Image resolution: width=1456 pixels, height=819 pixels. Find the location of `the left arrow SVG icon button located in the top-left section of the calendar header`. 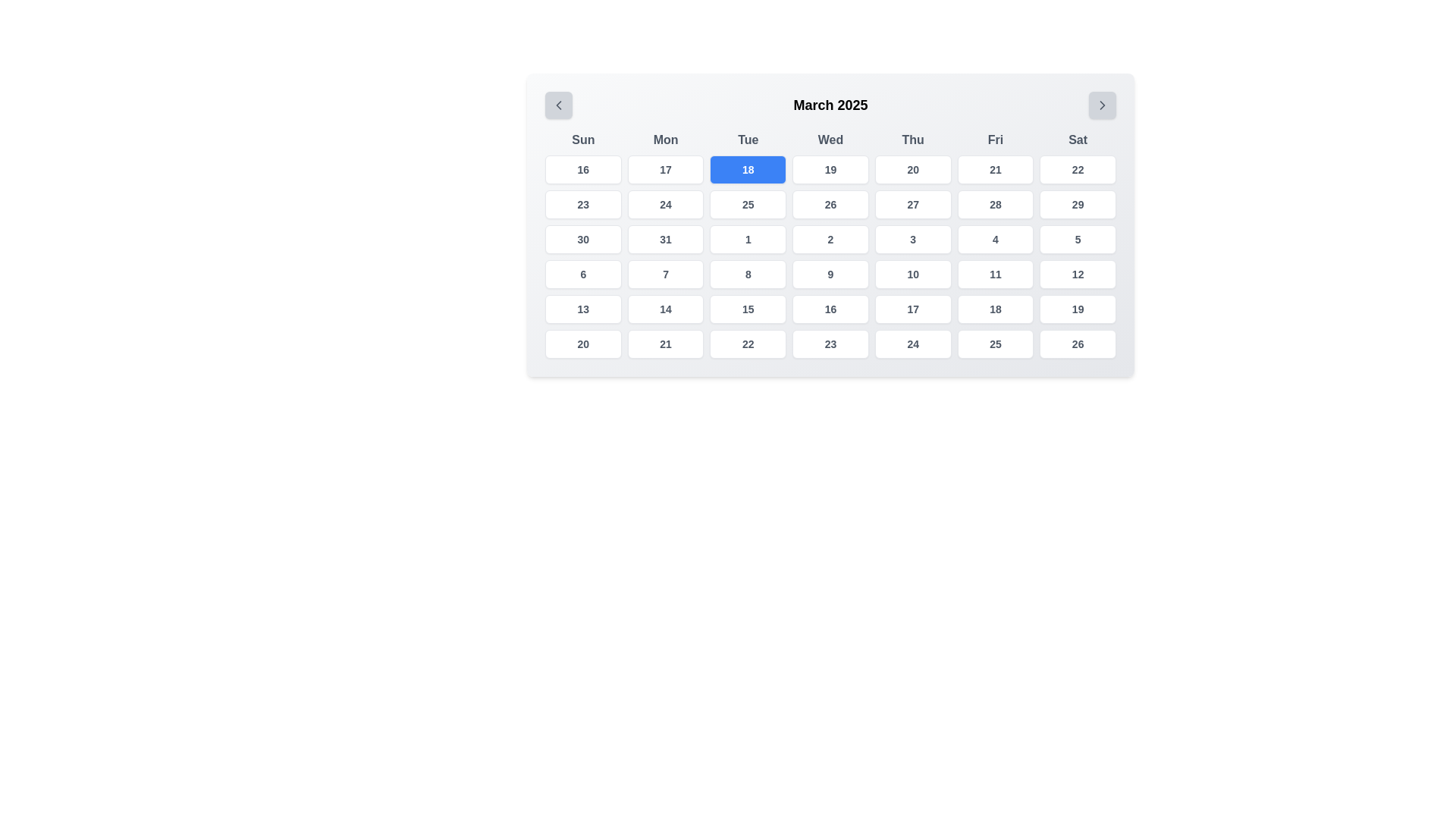

the left arrow SVG icon button located in the top-left section of the calendar header is located at coordinates (558, 104).